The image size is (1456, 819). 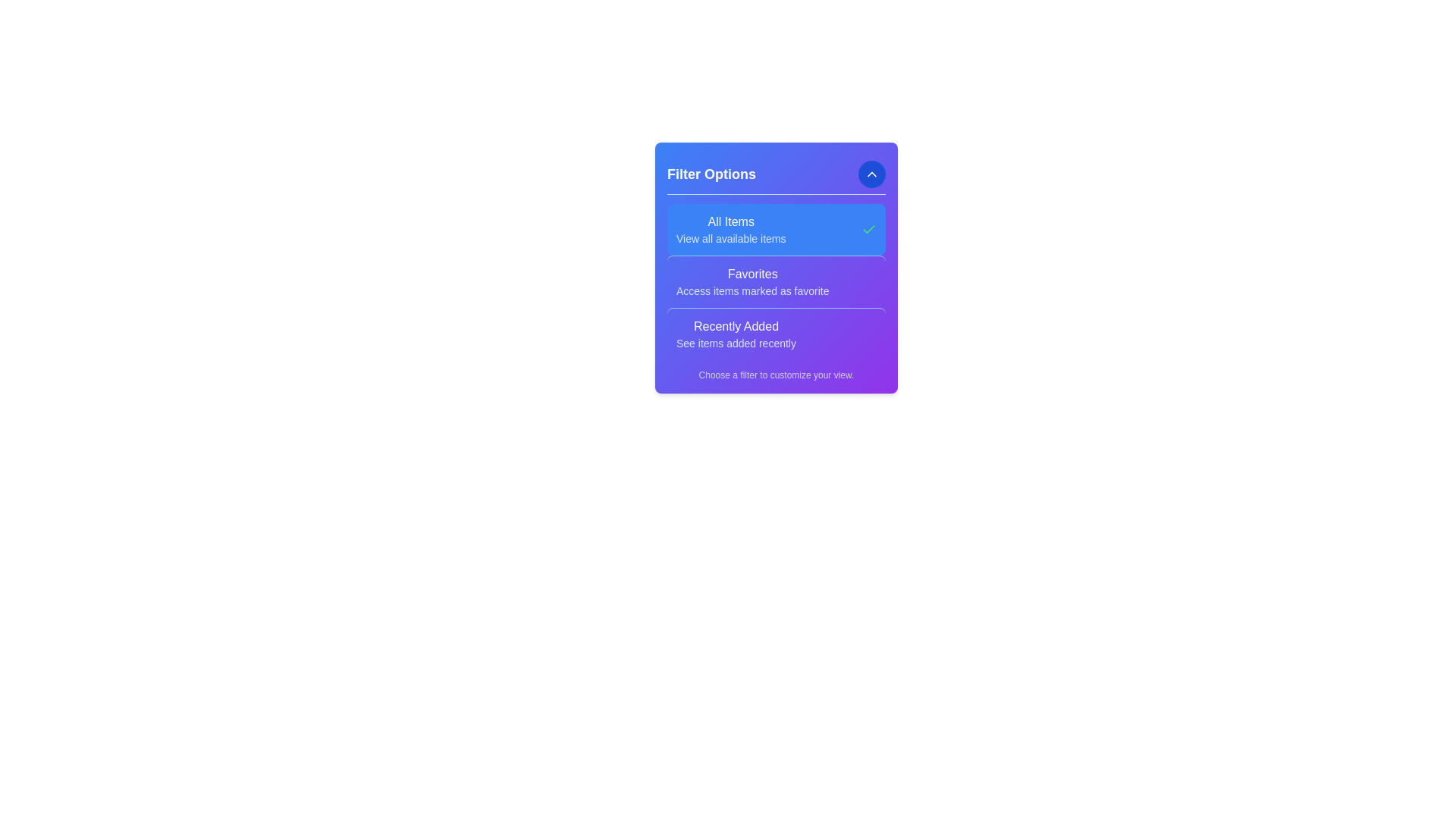 I want to click on the filter option Favorites, so click(x=752, y=281).